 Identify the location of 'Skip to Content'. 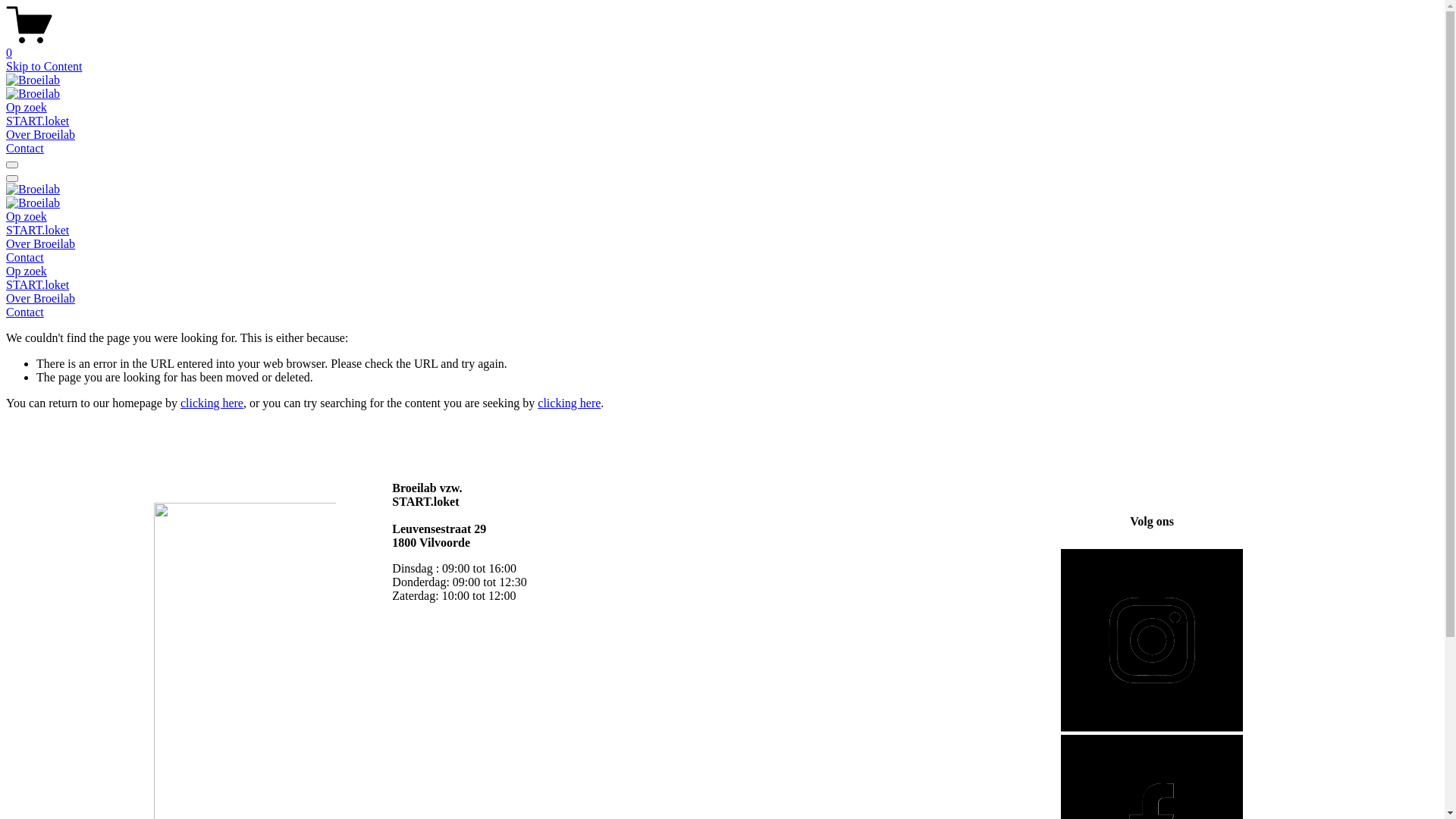
(43, 65).